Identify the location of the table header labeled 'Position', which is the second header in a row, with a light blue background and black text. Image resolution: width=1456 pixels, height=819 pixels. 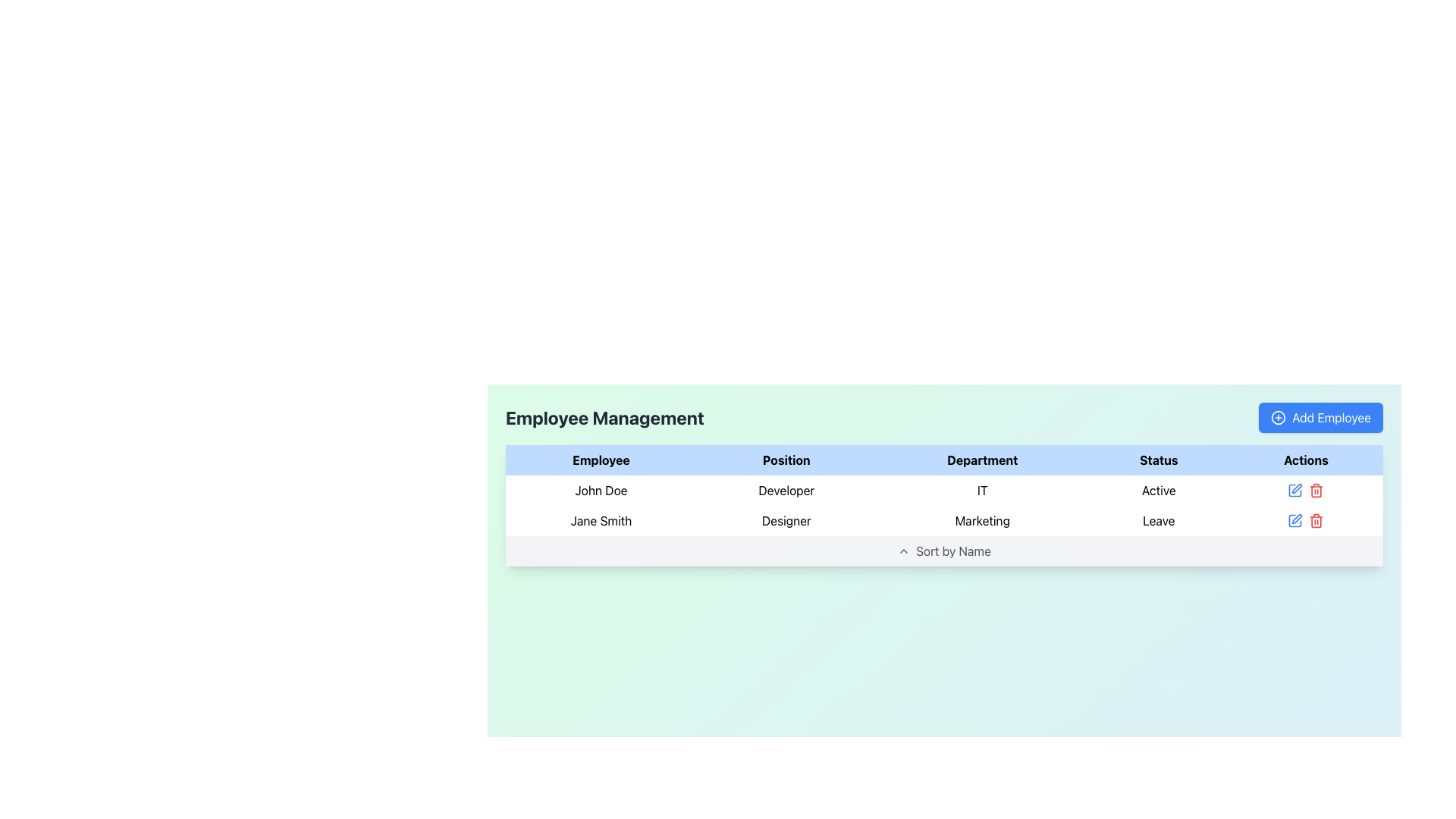
(786, 459).